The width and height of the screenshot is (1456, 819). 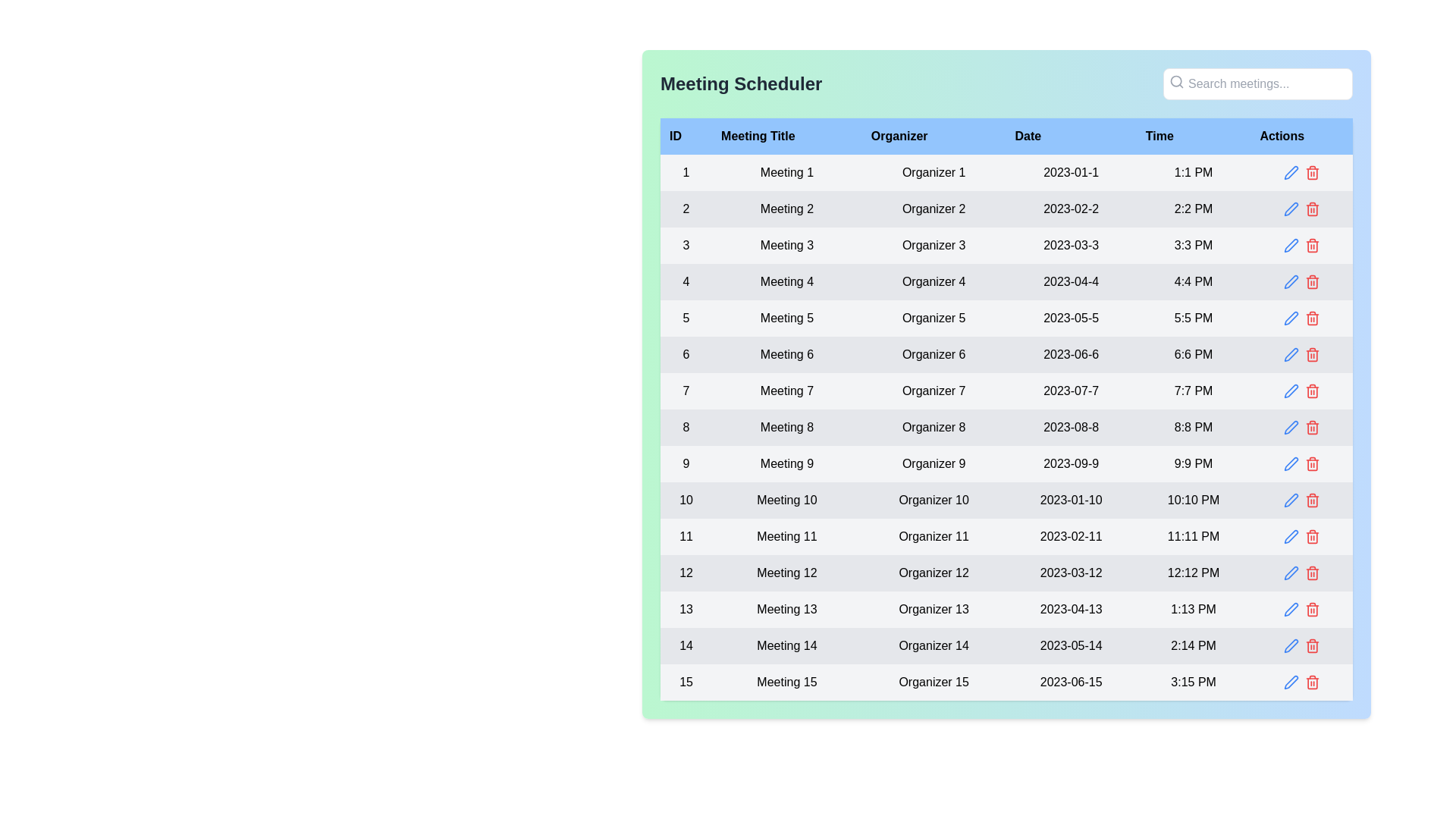 What do you see at coordinates (1301, 391) in the screenshot?
I see `the blue pencil icon in the actions column of the seventh row related to 'Meeting 7'` at bounding box center [1301, 391].